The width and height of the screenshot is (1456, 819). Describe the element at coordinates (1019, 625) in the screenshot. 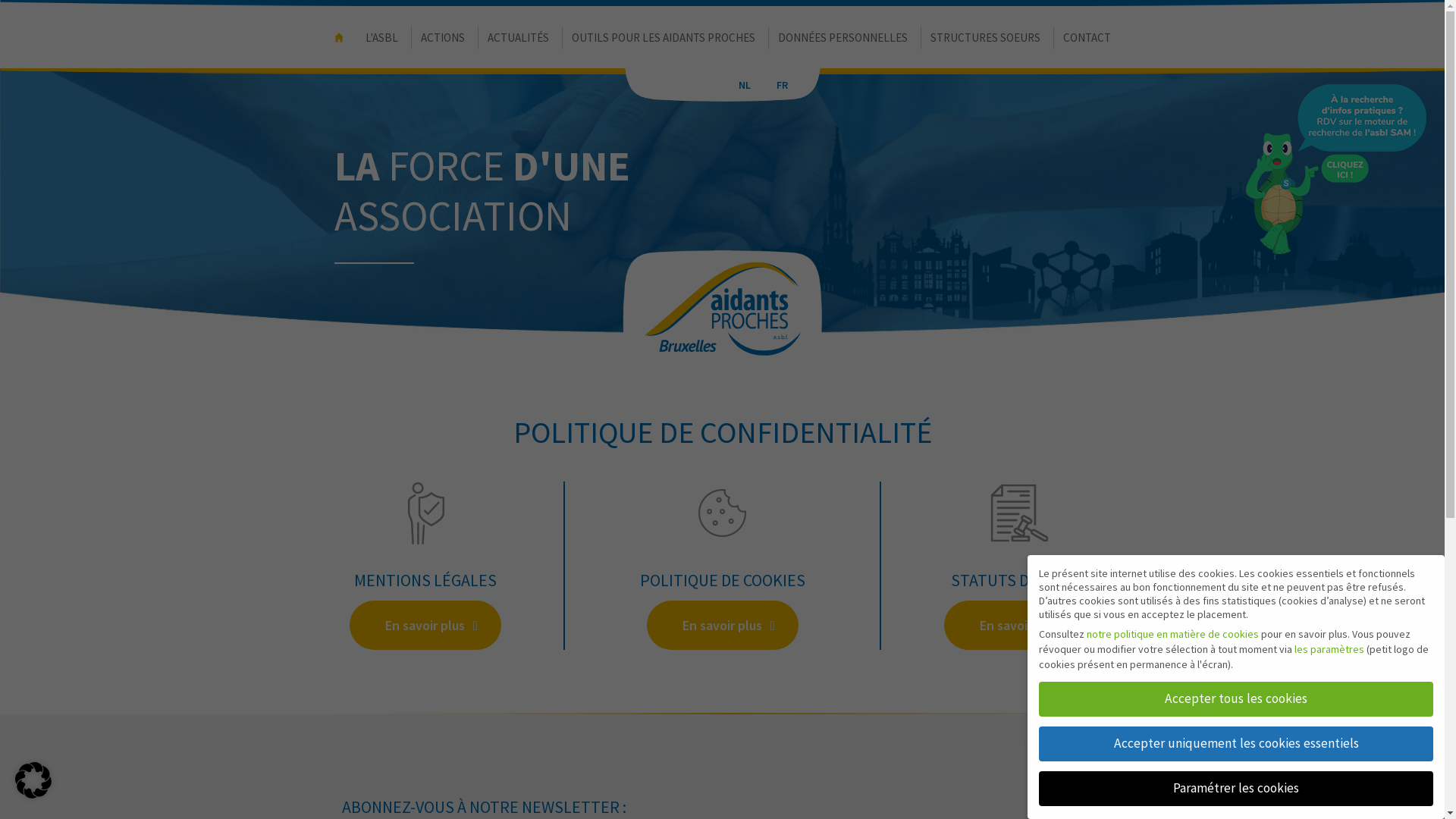

I see `'En savoir plus'` at that location.